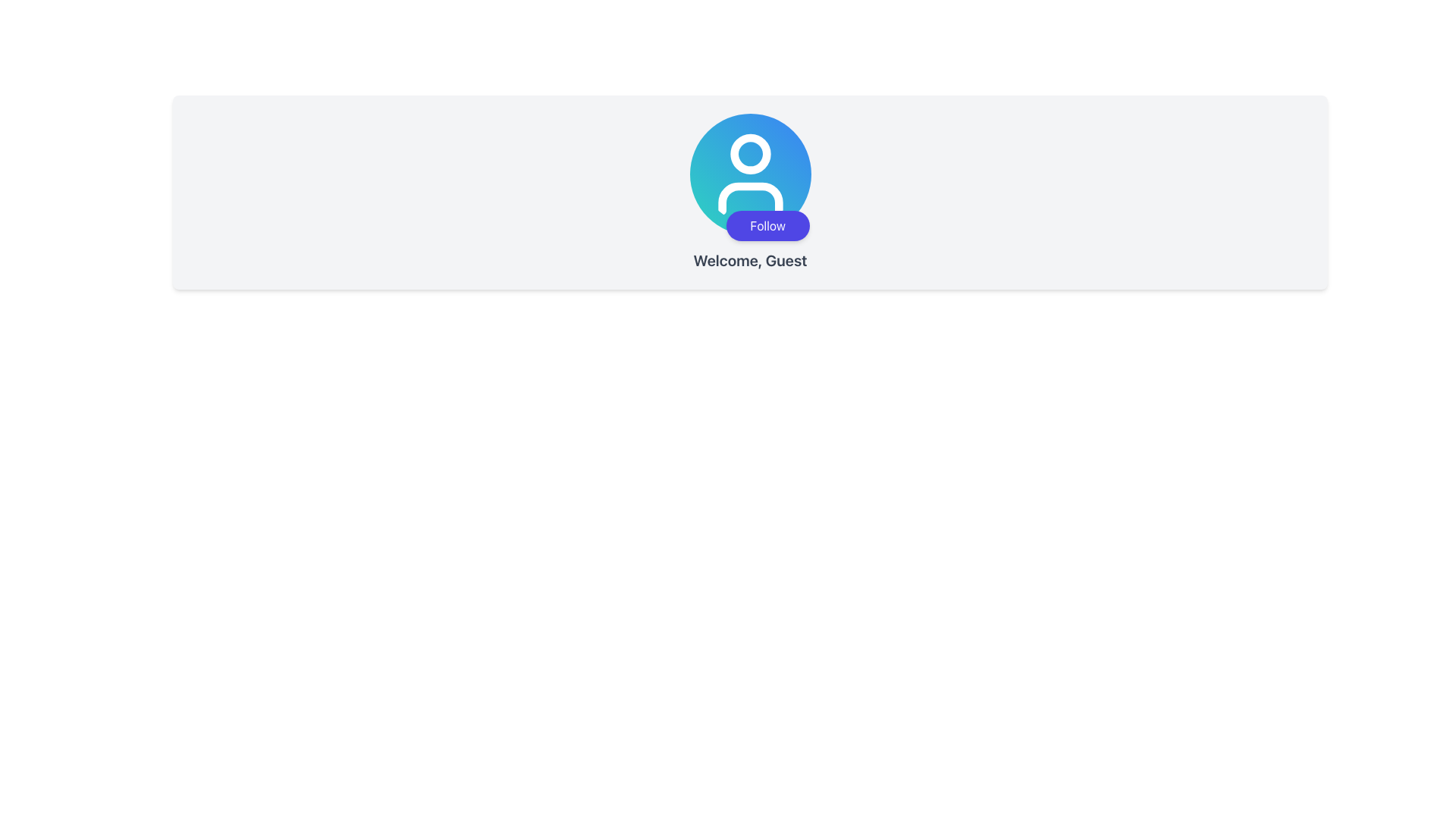 Image resolution: width=1456 pixels, height=819 pixels. I want to click on the user profile icon located above the 'Follow' button and the 'Welcome, Guest' text to associate it with user relationships, so click(750, 174).